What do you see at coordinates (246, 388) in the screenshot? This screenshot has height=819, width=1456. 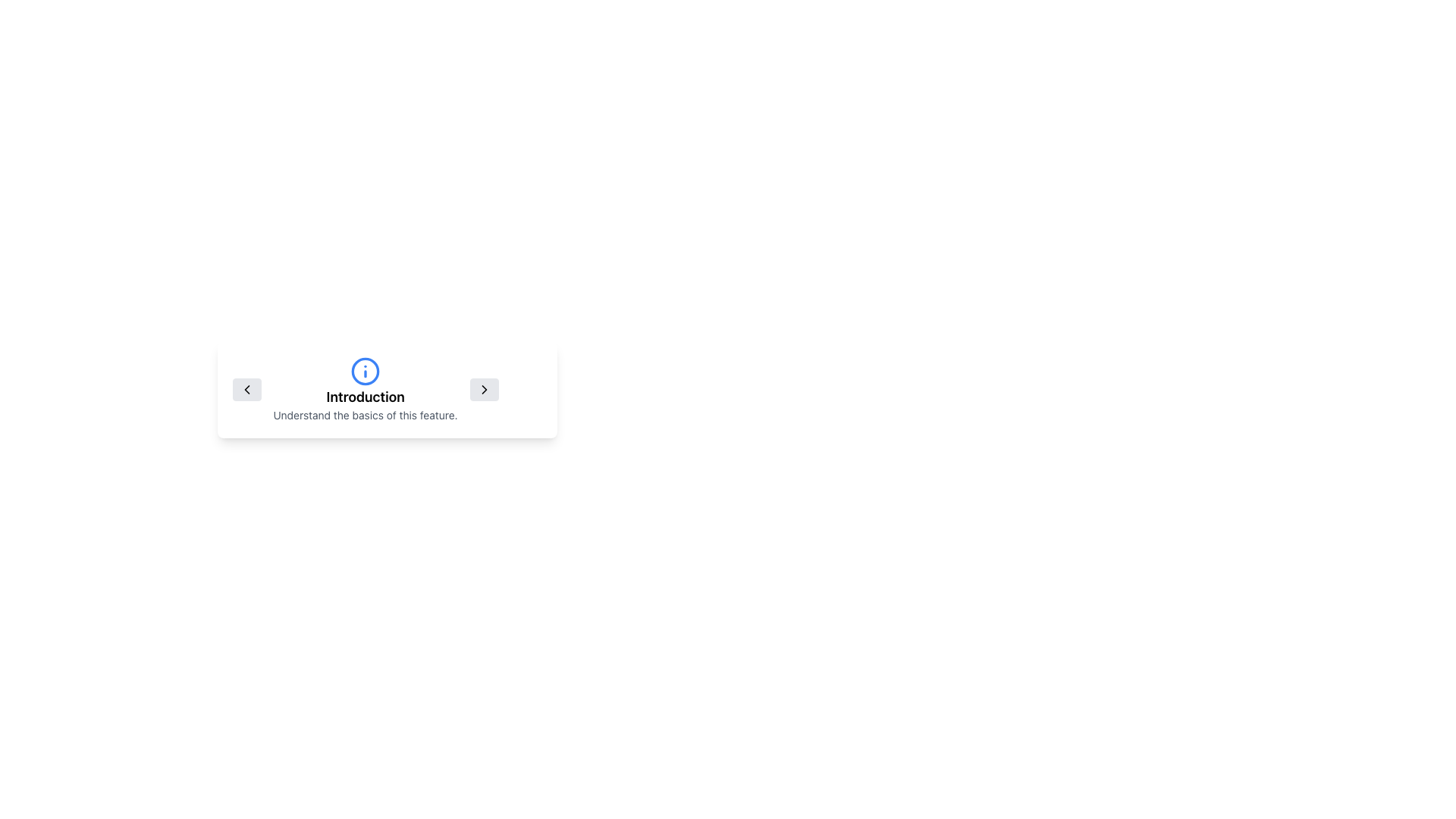 I see `the leftward-pointing chevron icon, which is located next to a blue circular icon with an 'i' symbol` at bounding box center [246, 388].